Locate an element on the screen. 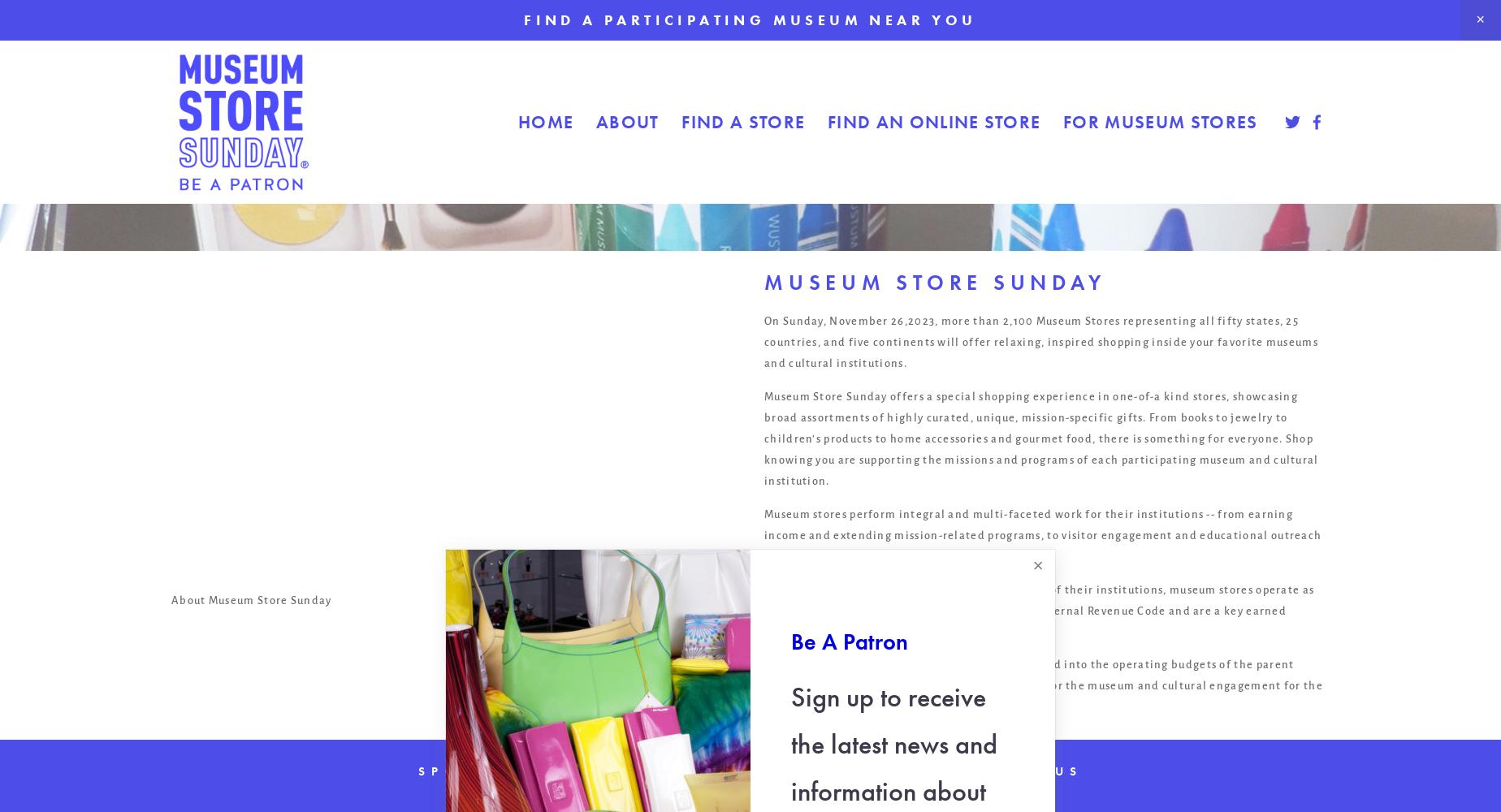 Image resolution: width=1501 pixels, height=812 pixels. 'On Sunday, November 26,2023, more than 2,100 Museum Stores representing all fifty states, 25 countries, and five continents will offer relaxing, inspired shopping inside your favorite museums and cultural institutions.' is located at coordinates (1042, 342).